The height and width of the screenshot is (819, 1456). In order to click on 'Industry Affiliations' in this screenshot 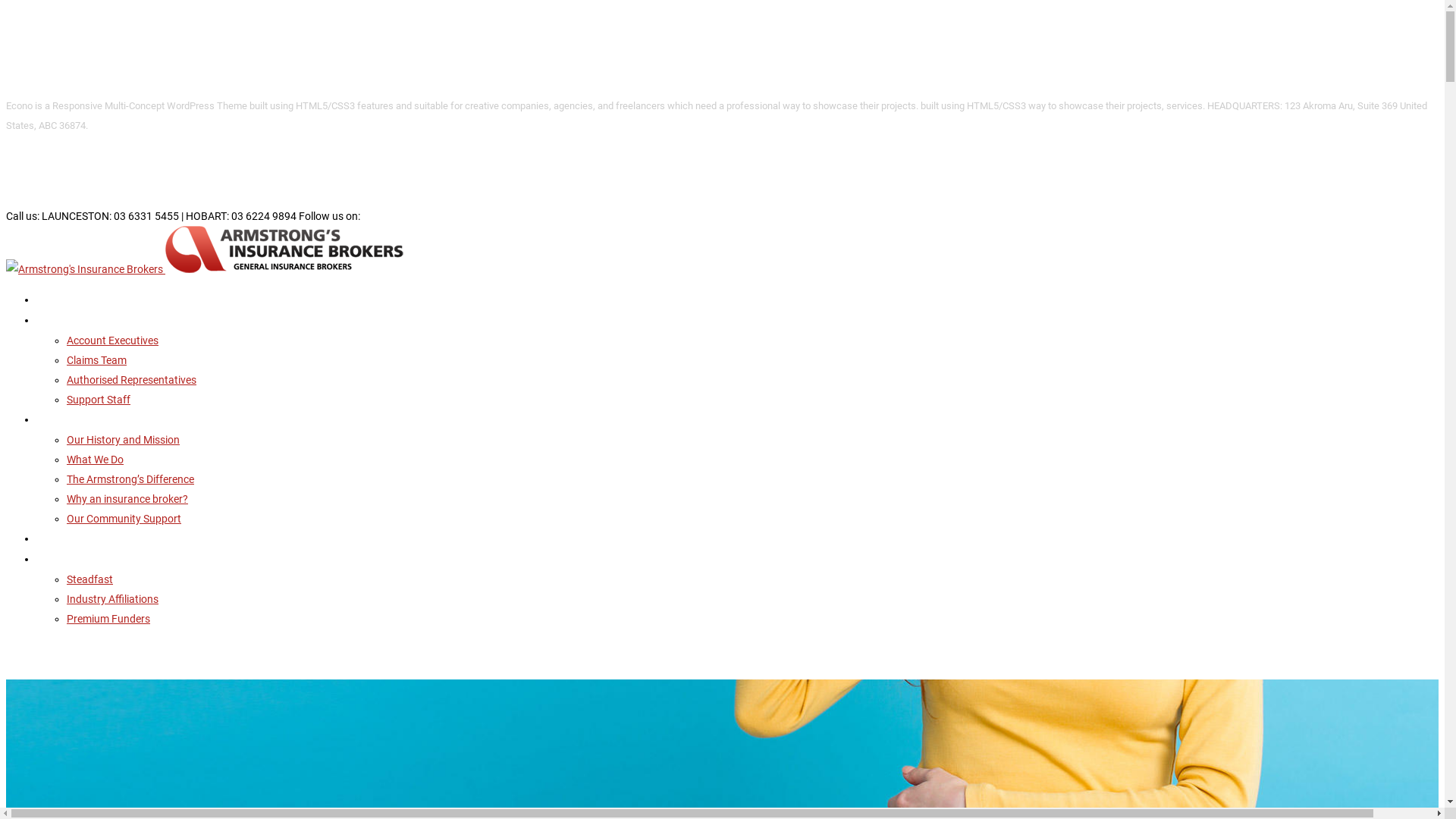, I will do `click(111, 598)`.